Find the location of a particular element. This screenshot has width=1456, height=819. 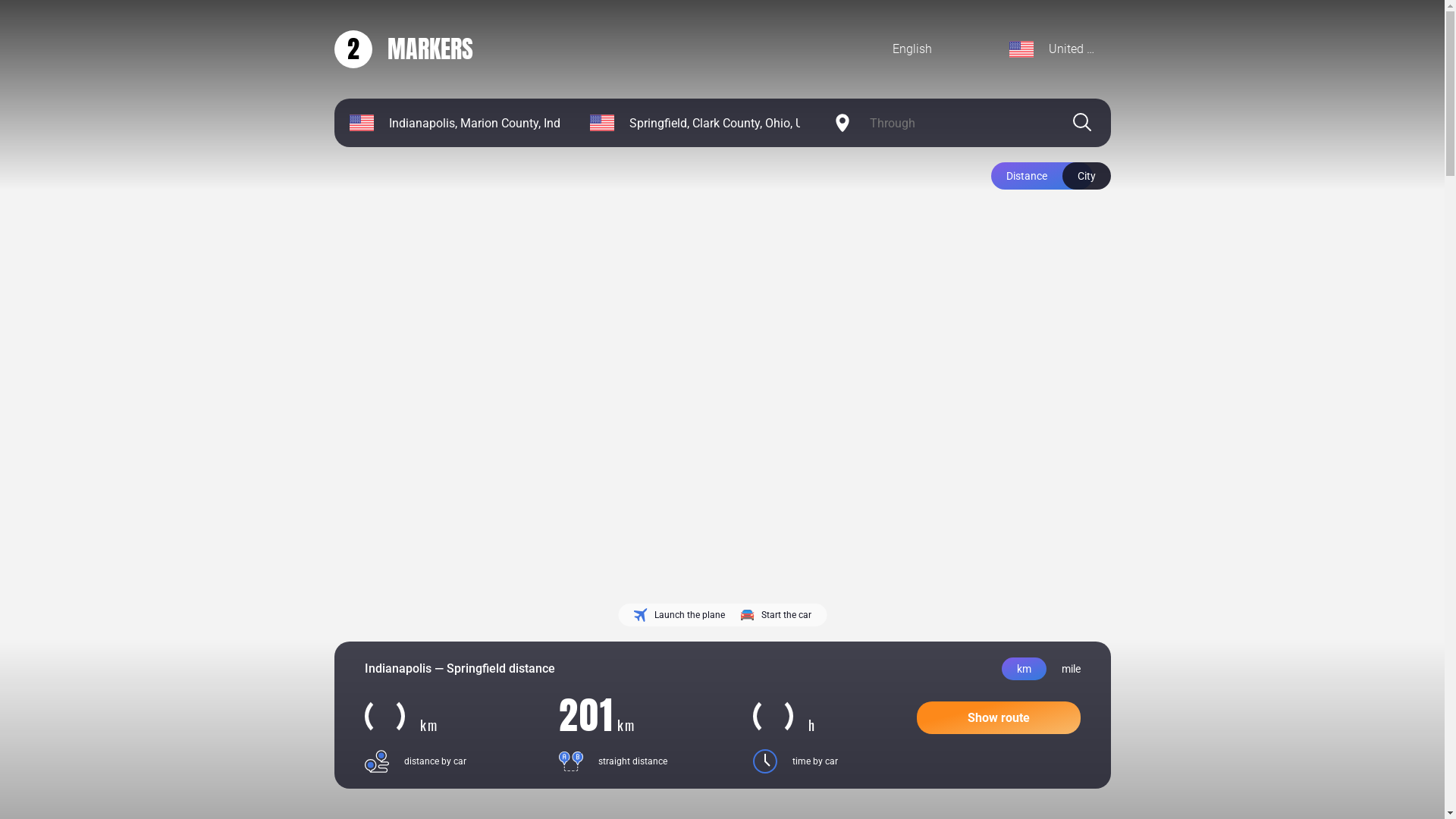

'Show route' is located at coordinates (915, 717).